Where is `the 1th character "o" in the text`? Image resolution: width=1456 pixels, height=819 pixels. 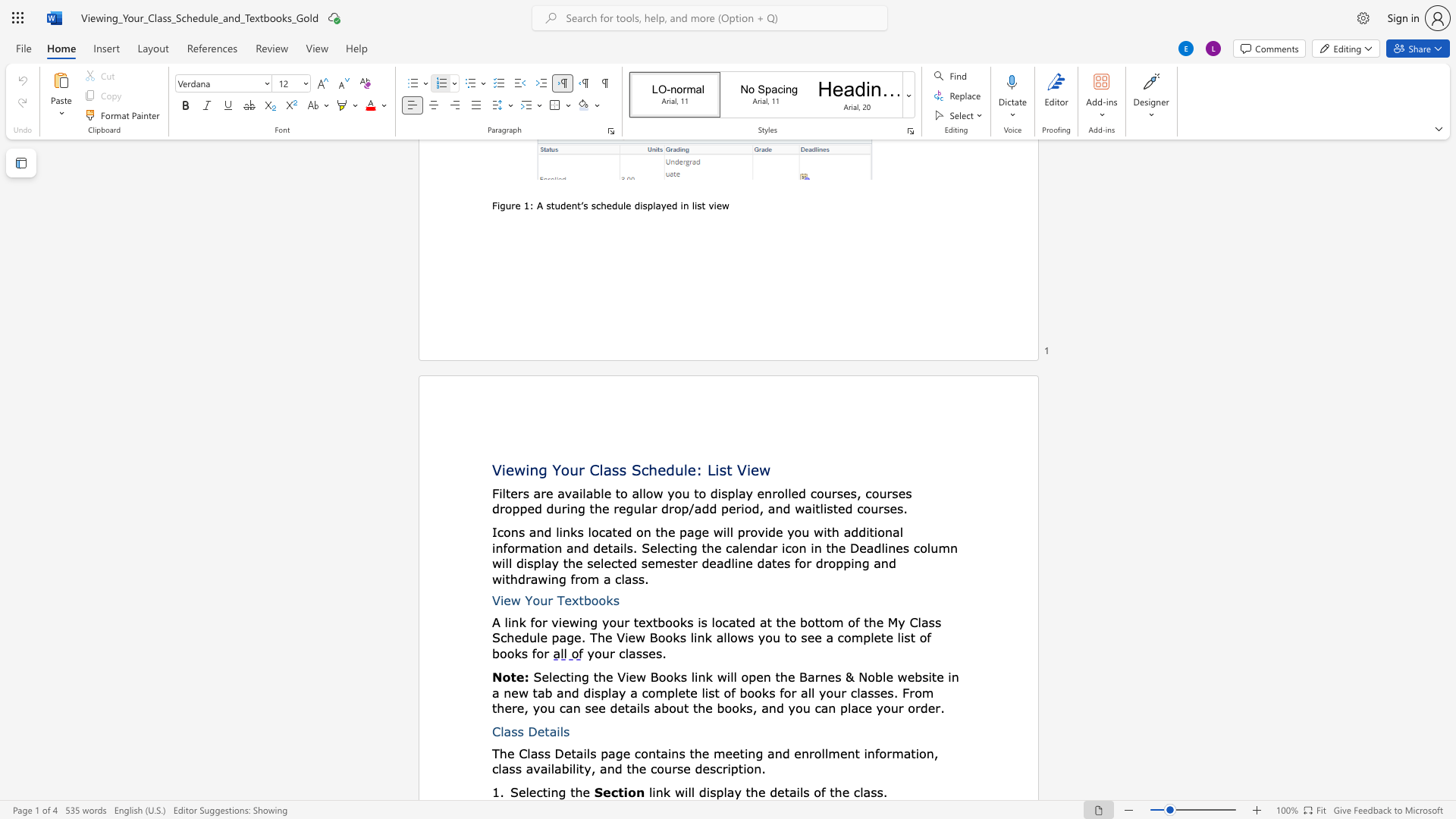
the 1th character "o" in the text is located at coordinates (507, 532).